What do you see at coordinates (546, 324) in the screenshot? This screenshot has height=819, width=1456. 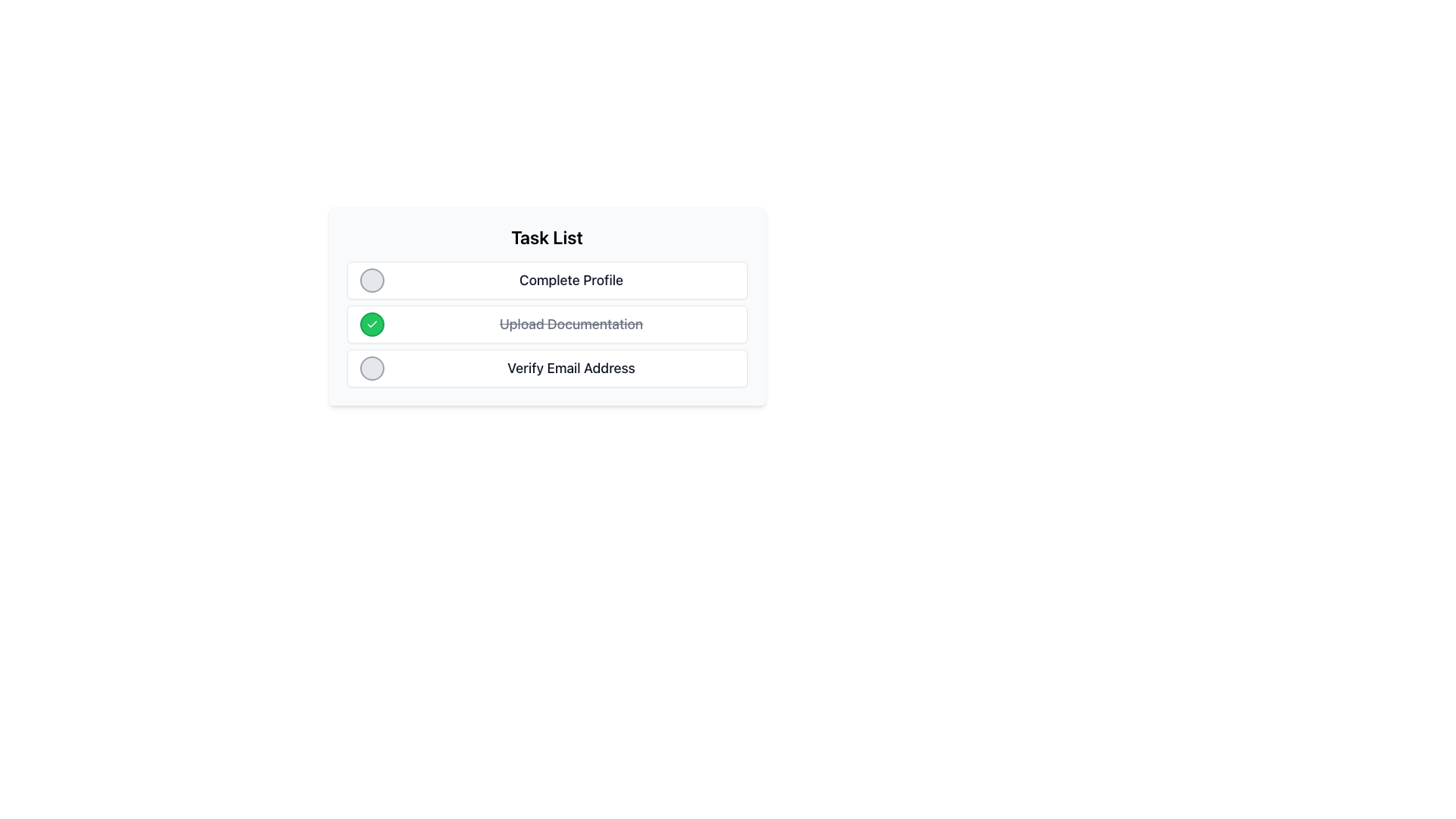 I see `the second list item in the task list, which indicates the status of 'Upload Documentation' with a green circle and a checkmark, styled with a strikethrough font` at bounding box center [546, 324].